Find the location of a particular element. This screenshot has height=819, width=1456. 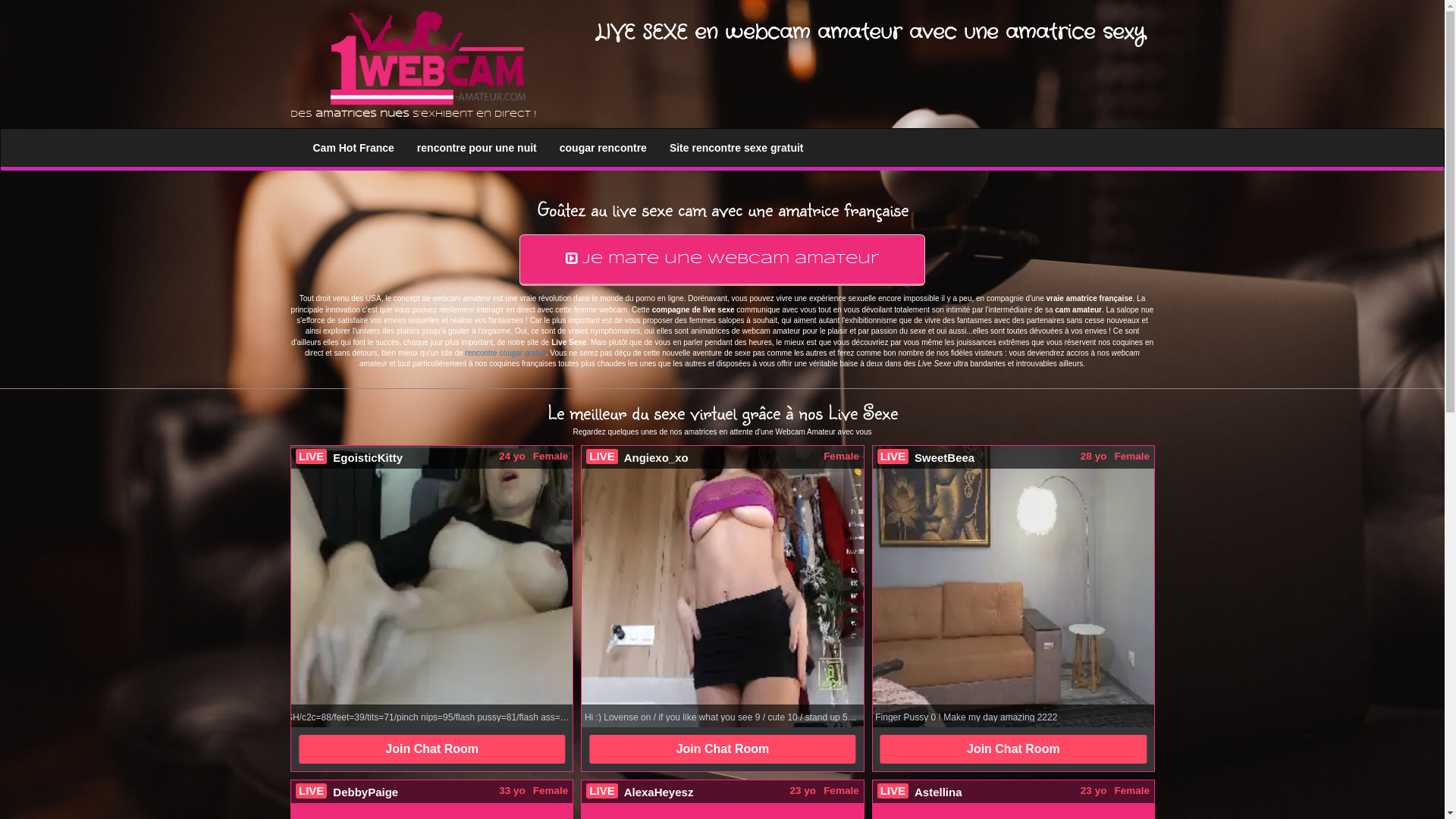

'Cam Hot France' is located at coordinates (353, 148).